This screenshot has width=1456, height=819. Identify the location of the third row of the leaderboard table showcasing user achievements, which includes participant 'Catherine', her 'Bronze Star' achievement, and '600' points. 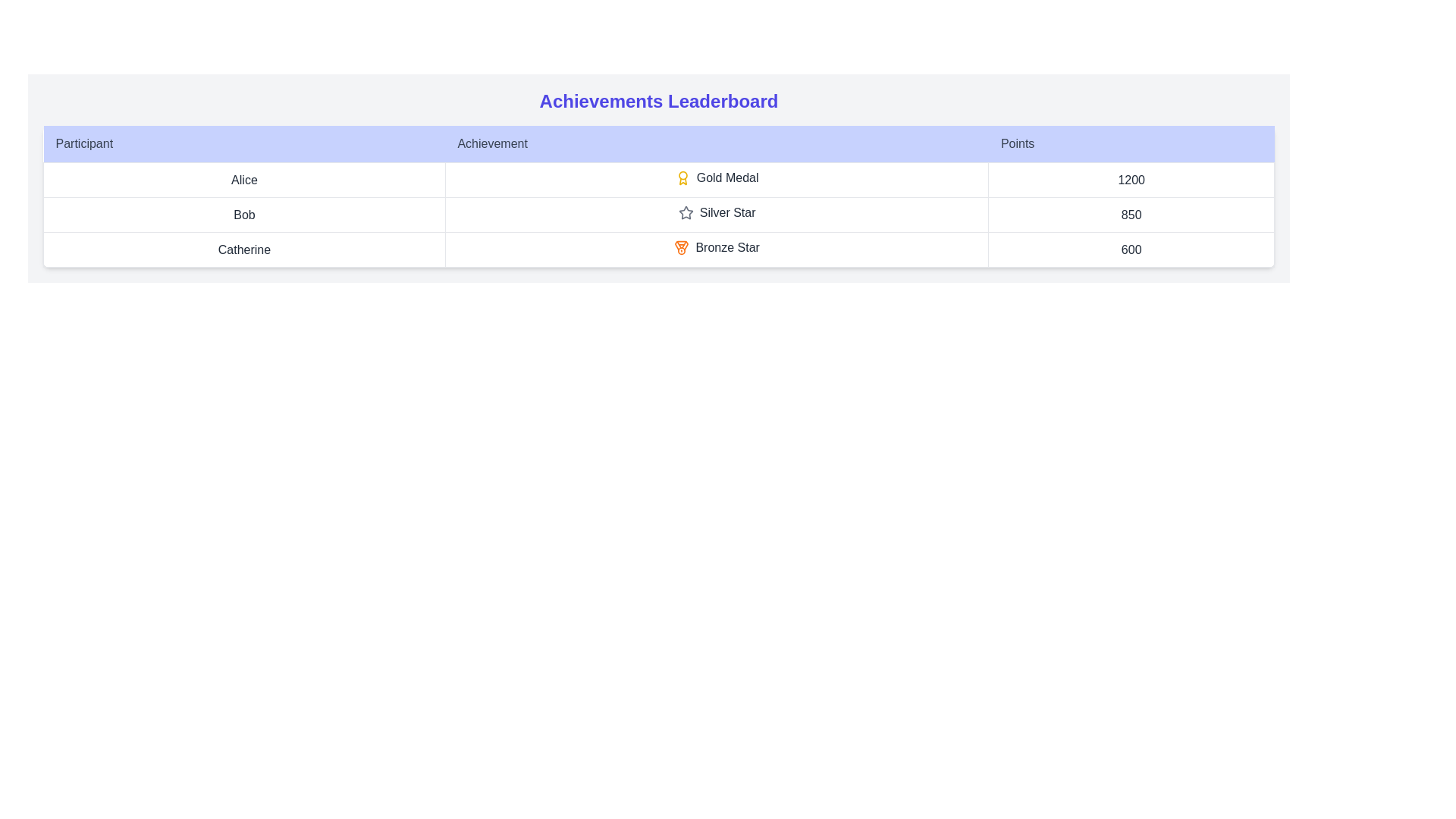
(658, 249).